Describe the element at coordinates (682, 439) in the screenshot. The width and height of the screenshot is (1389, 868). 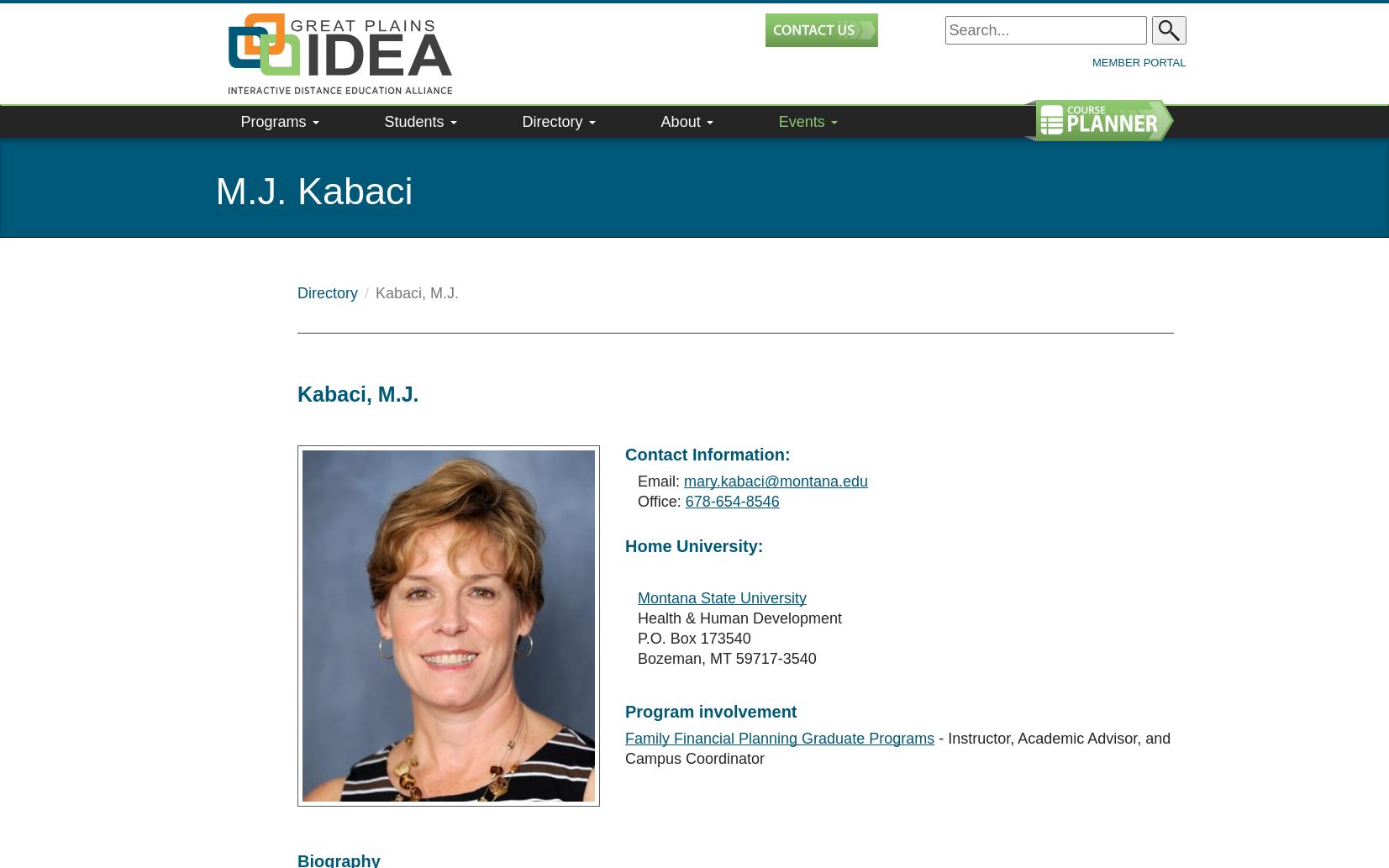
I see `'mary.kabaci@montana.edu'` at that location.